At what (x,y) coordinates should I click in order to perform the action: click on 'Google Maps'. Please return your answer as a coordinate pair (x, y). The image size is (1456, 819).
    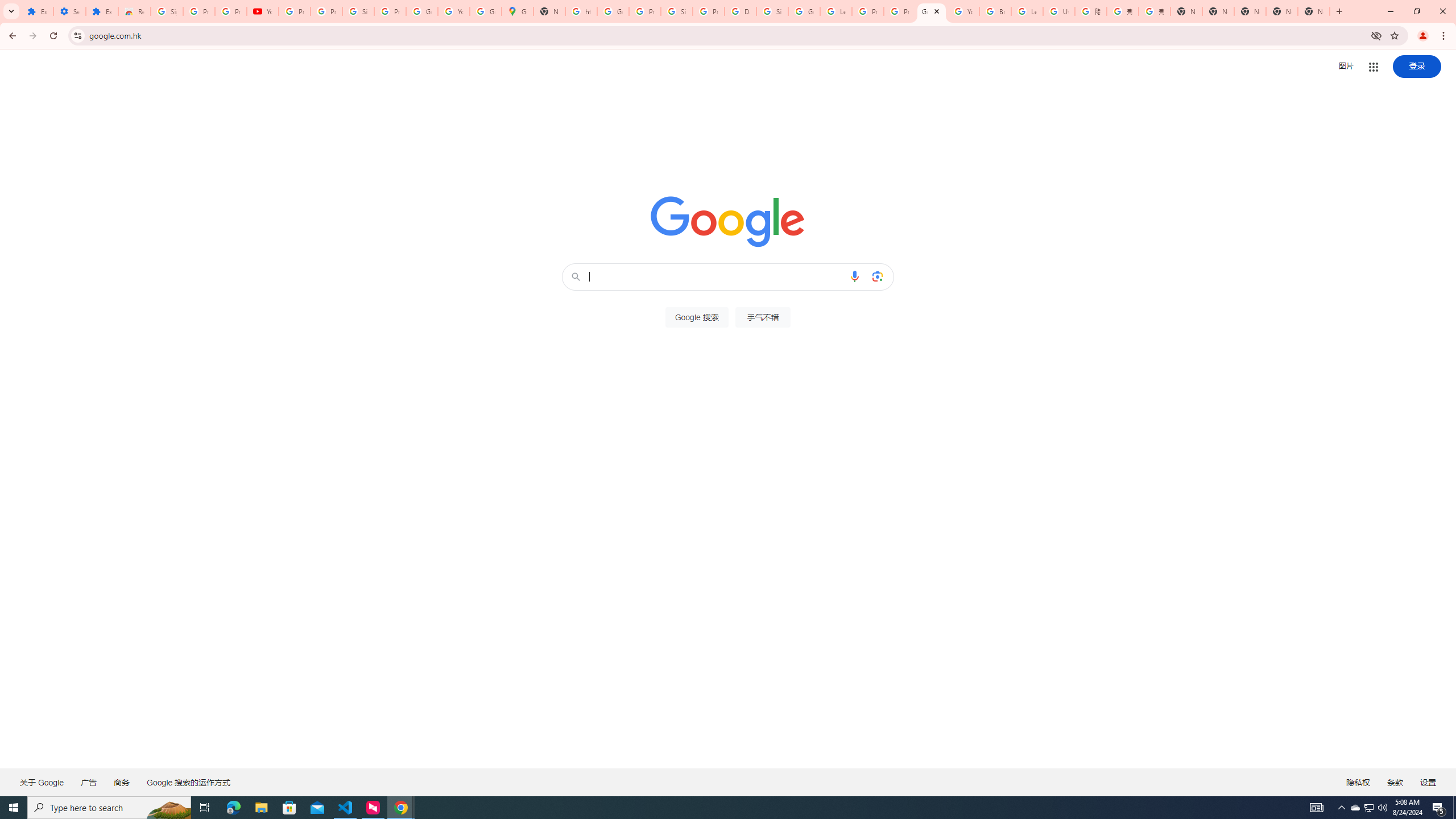
    Looking at the image, I should click on (517, 11).